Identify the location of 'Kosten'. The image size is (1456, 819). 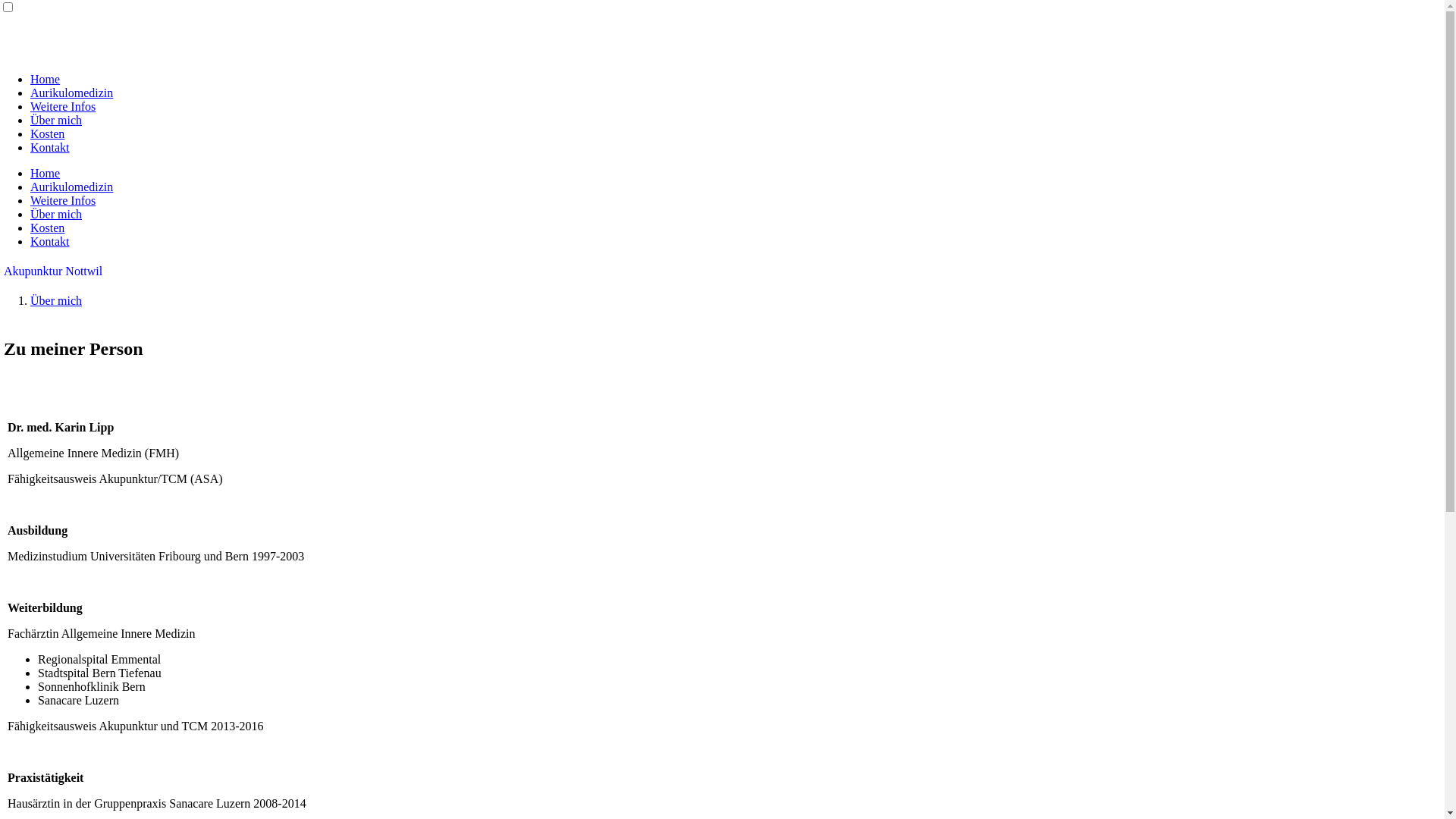
(47, 133).